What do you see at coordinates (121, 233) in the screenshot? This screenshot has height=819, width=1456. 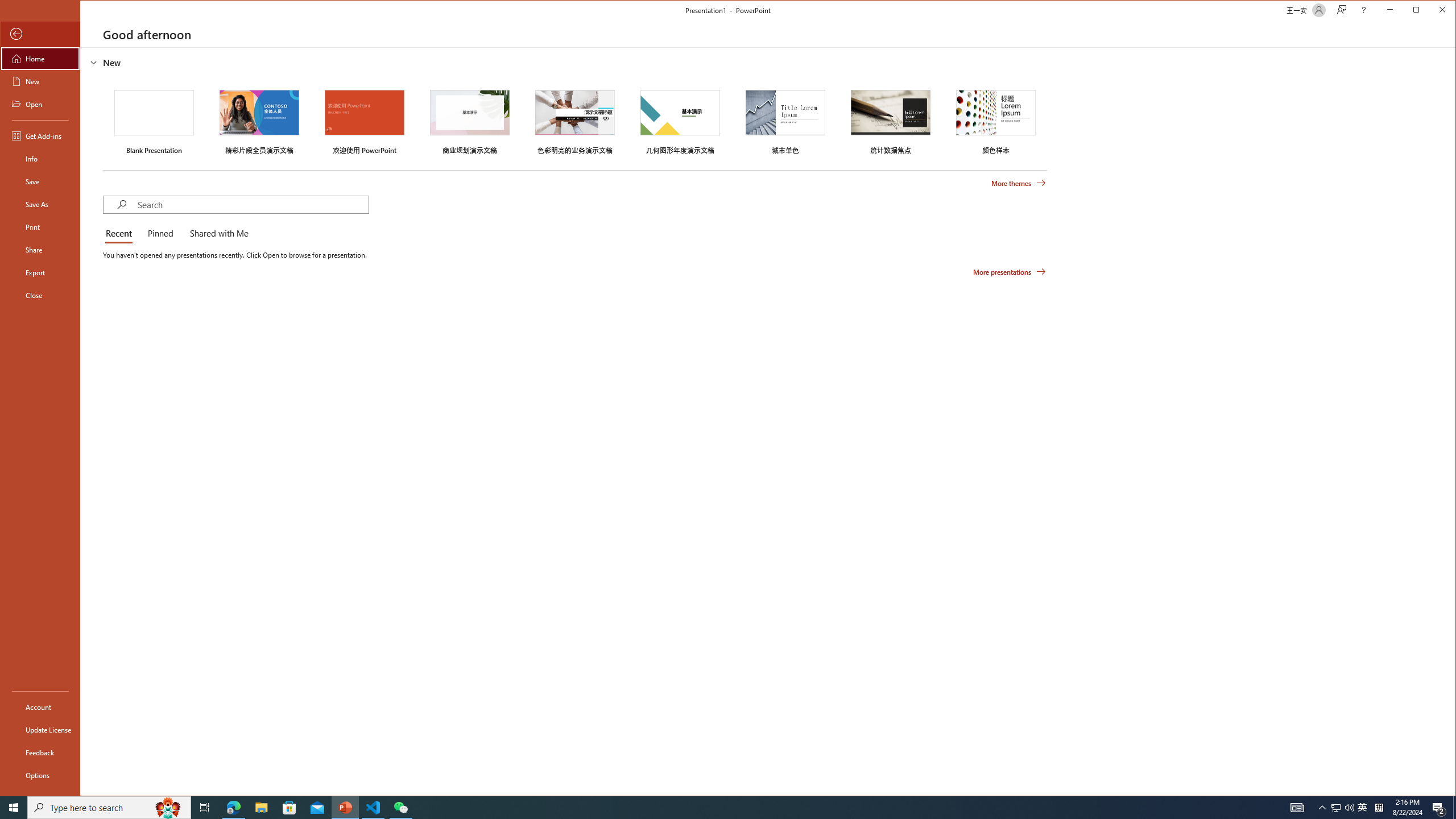 I see `'Recent'` at bounding box center [121, 233].